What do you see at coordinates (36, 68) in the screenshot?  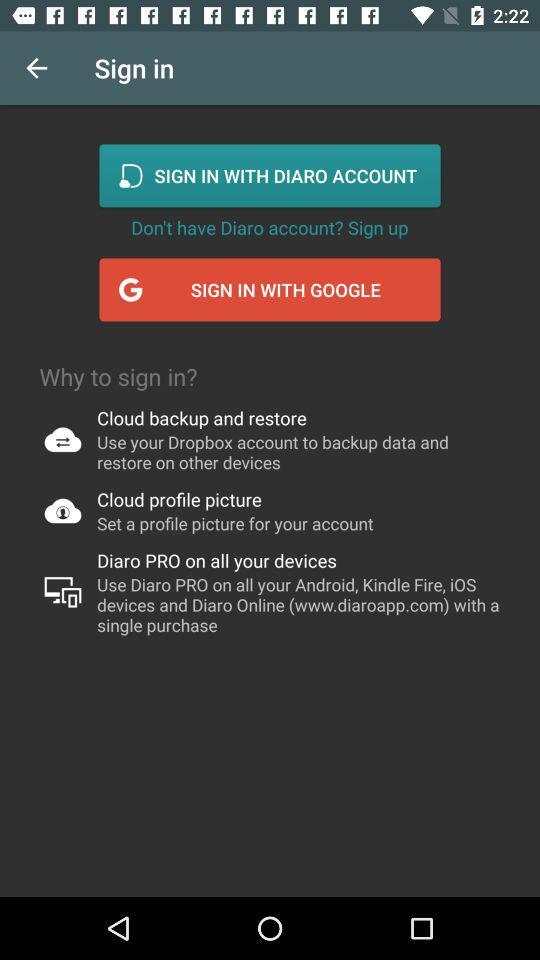 I see `item above the why to sign icon` at bounding box center [36, 68].